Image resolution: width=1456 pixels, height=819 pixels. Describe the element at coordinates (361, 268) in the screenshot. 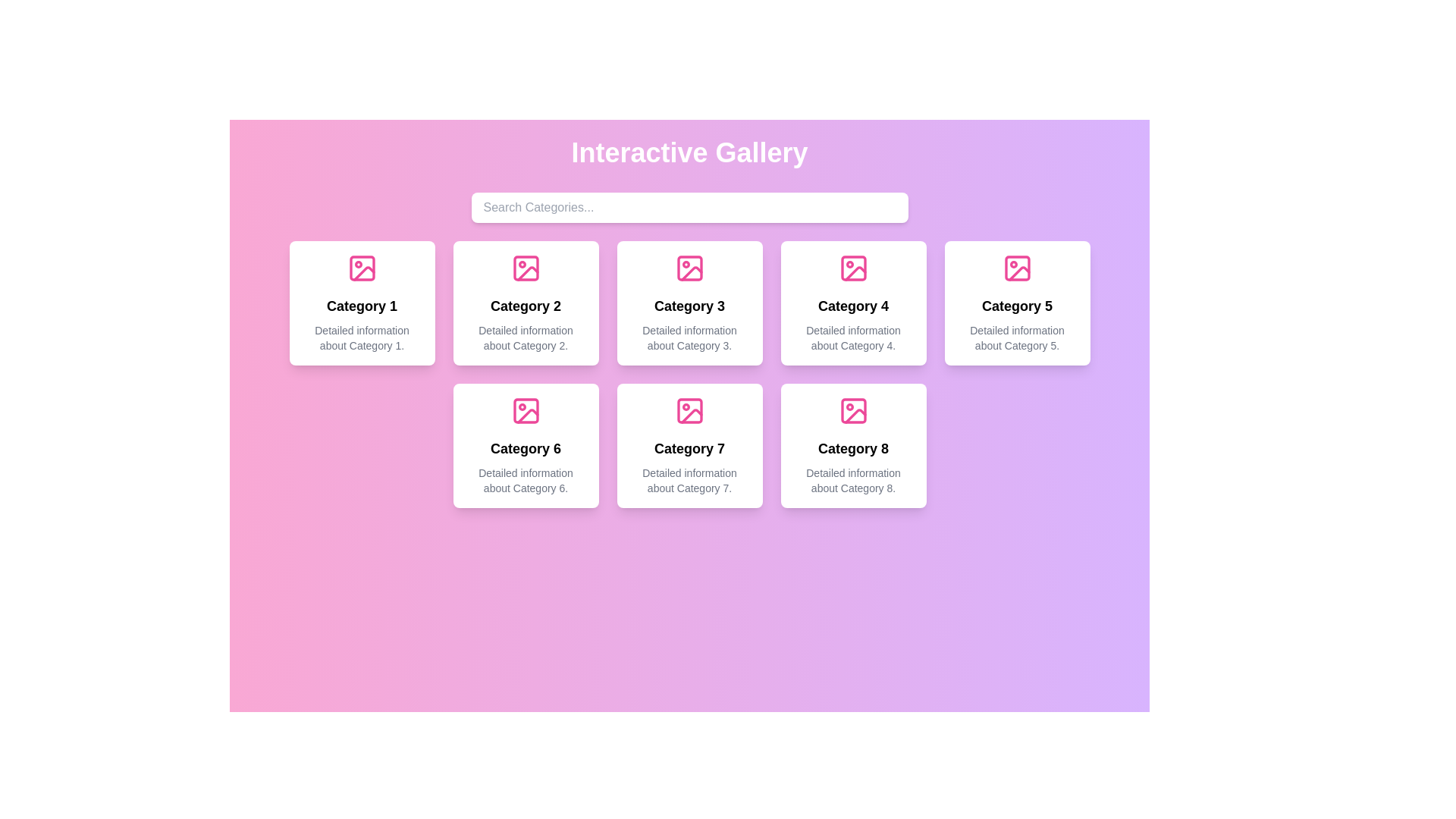

I see `the SVG icon located at the center-top of the card labeled 'Category 1', which is the first item in the grid layout` at that location.